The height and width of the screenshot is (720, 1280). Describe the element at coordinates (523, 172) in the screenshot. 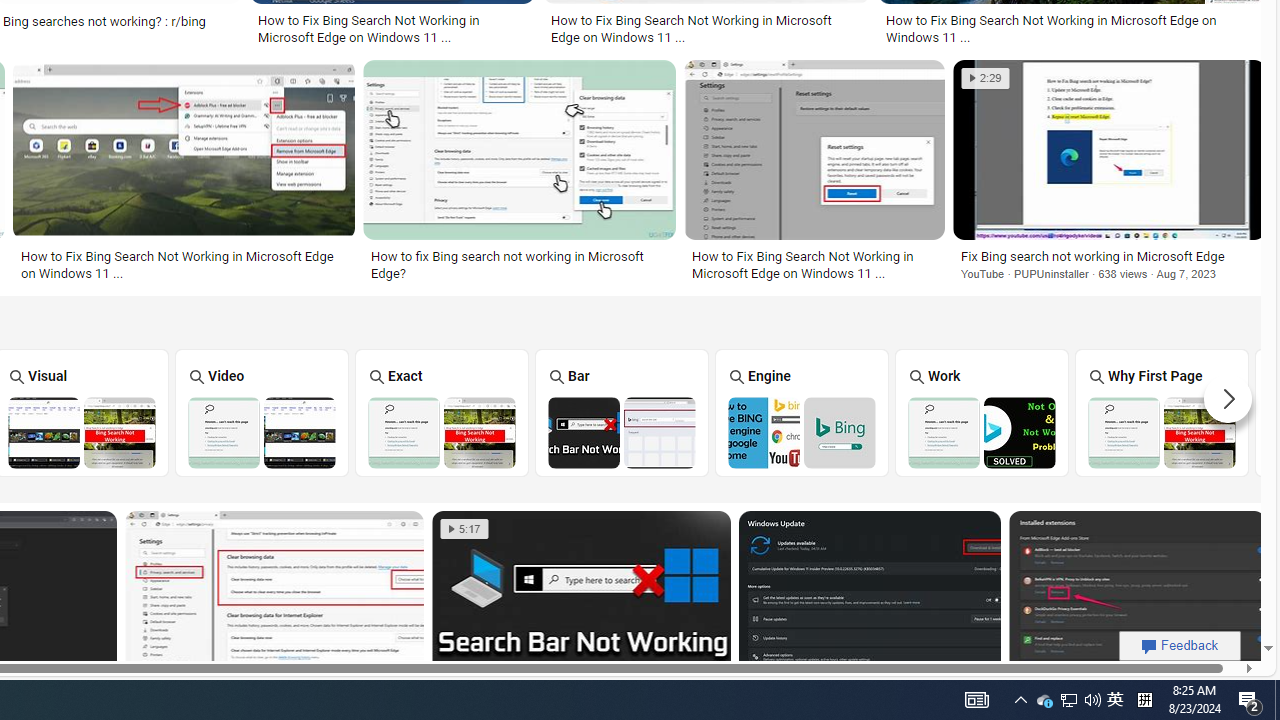

I see `'How to fix Bing search not working in Microsoft Edge?Save'` at that location.